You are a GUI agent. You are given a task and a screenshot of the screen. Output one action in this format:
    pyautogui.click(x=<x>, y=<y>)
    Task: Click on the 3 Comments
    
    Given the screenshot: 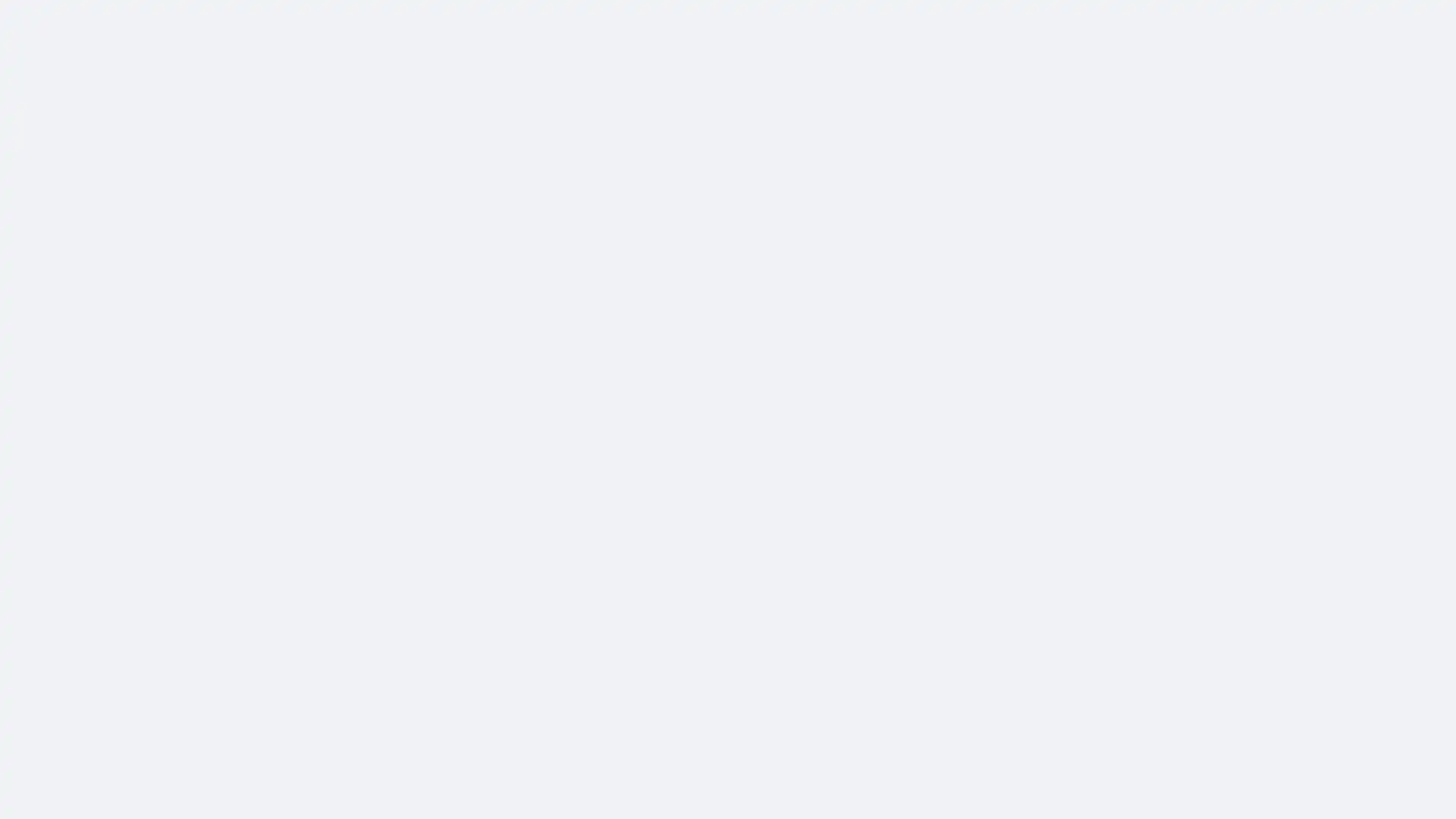 What is the action you would take?
    pyautogui.click(x=1011, y=366)
    